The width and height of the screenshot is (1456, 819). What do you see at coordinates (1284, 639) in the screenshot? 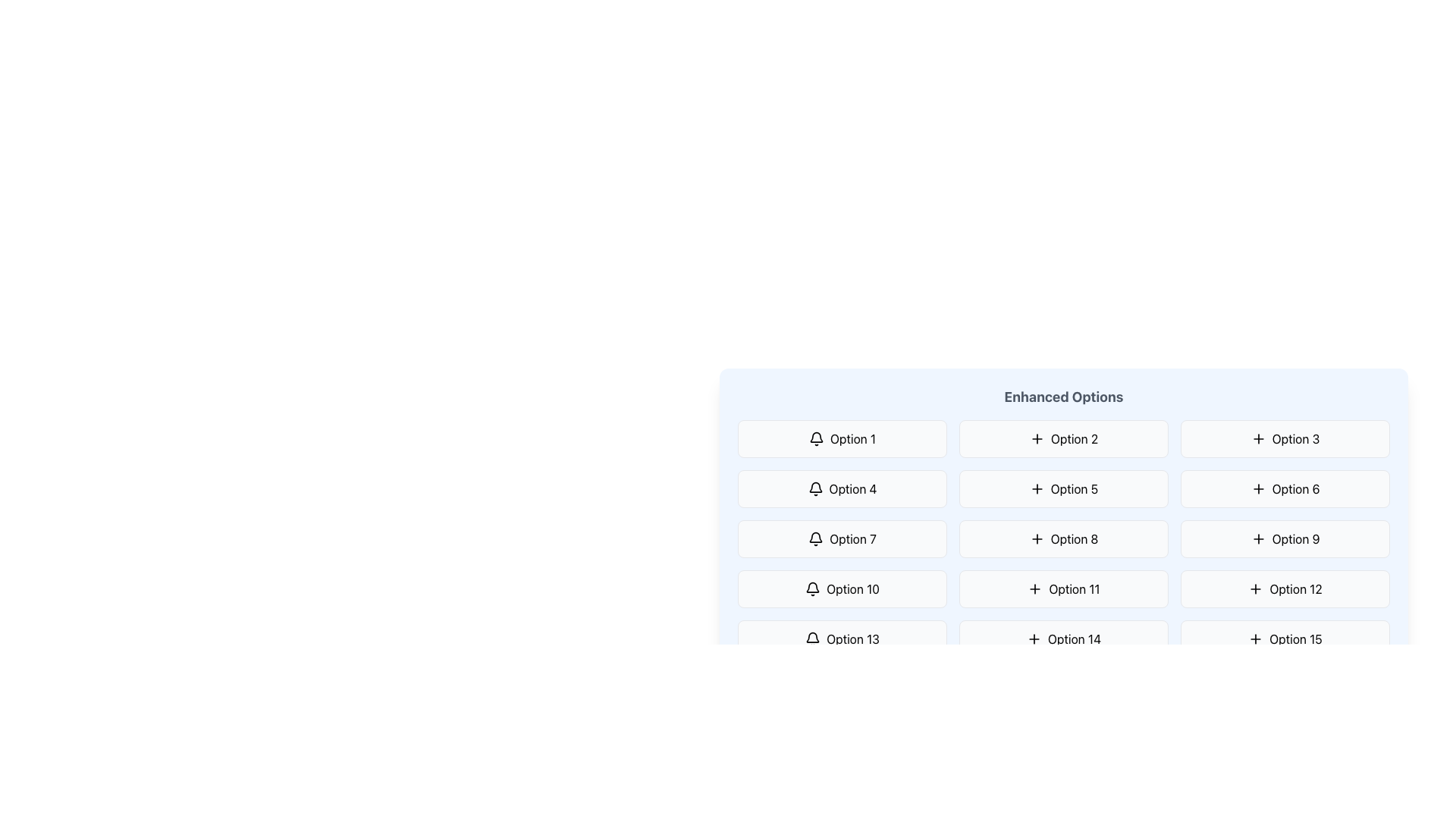
I see `the keyboard navigation on the 'Option 15' button located in the bottom-right corner of the grid layout` at bounding box center [1284, 639].